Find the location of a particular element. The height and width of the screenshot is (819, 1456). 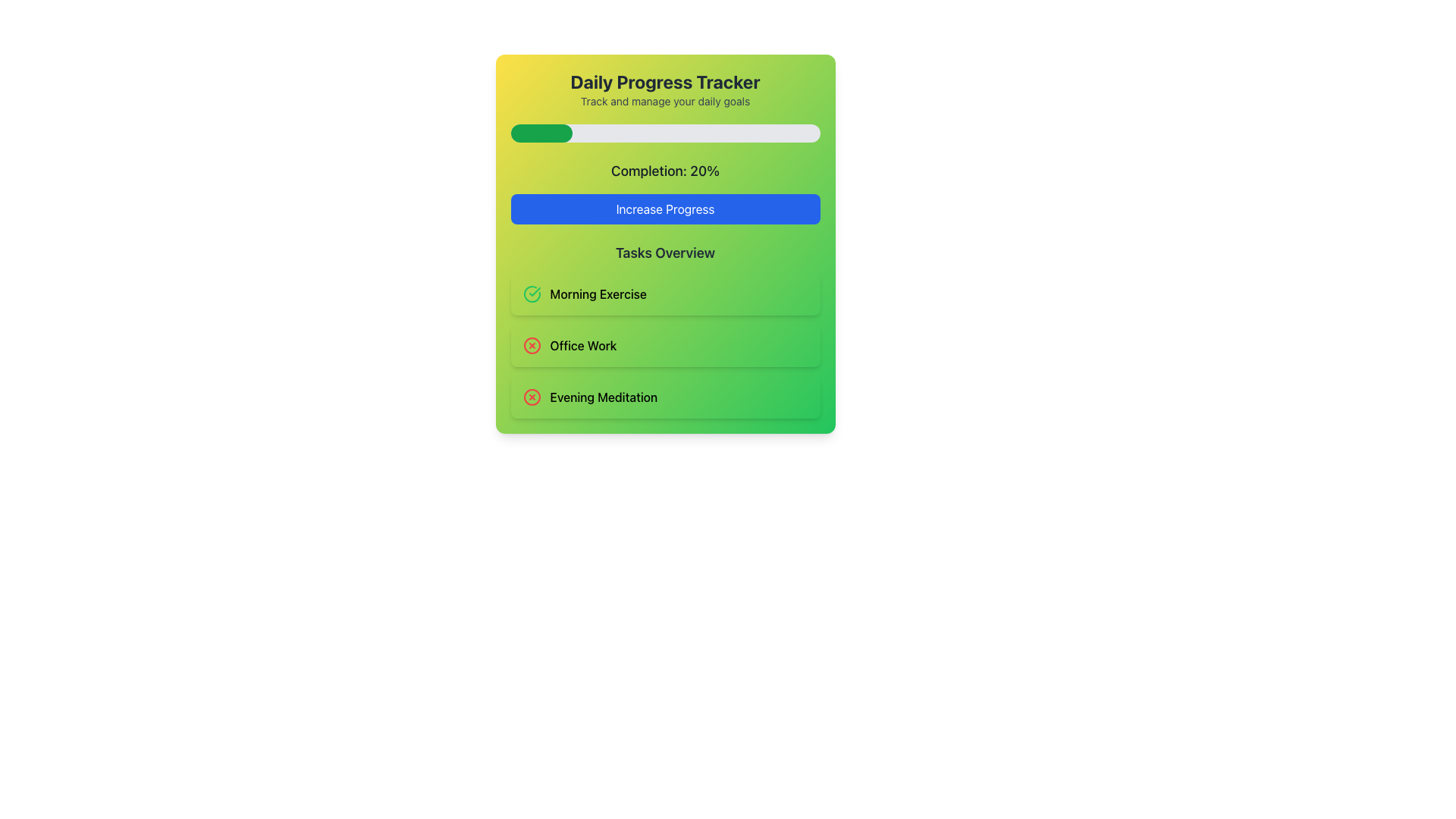

the status icon representing the office work task, located to the left of the label 'Office Work' is located at coordinates (532, 345).